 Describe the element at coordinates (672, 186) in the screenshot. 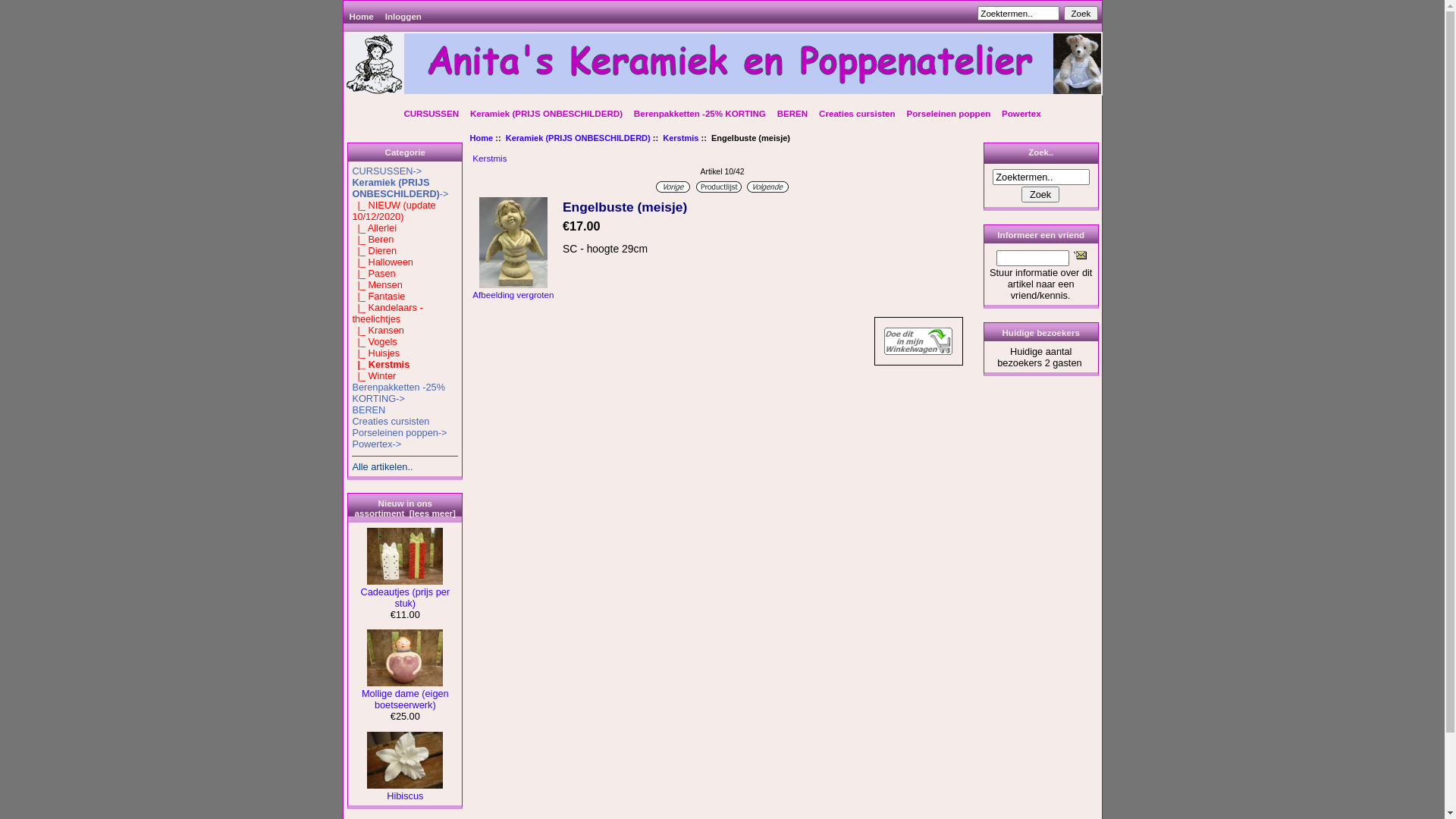

I see `' Vorige '` at that location.